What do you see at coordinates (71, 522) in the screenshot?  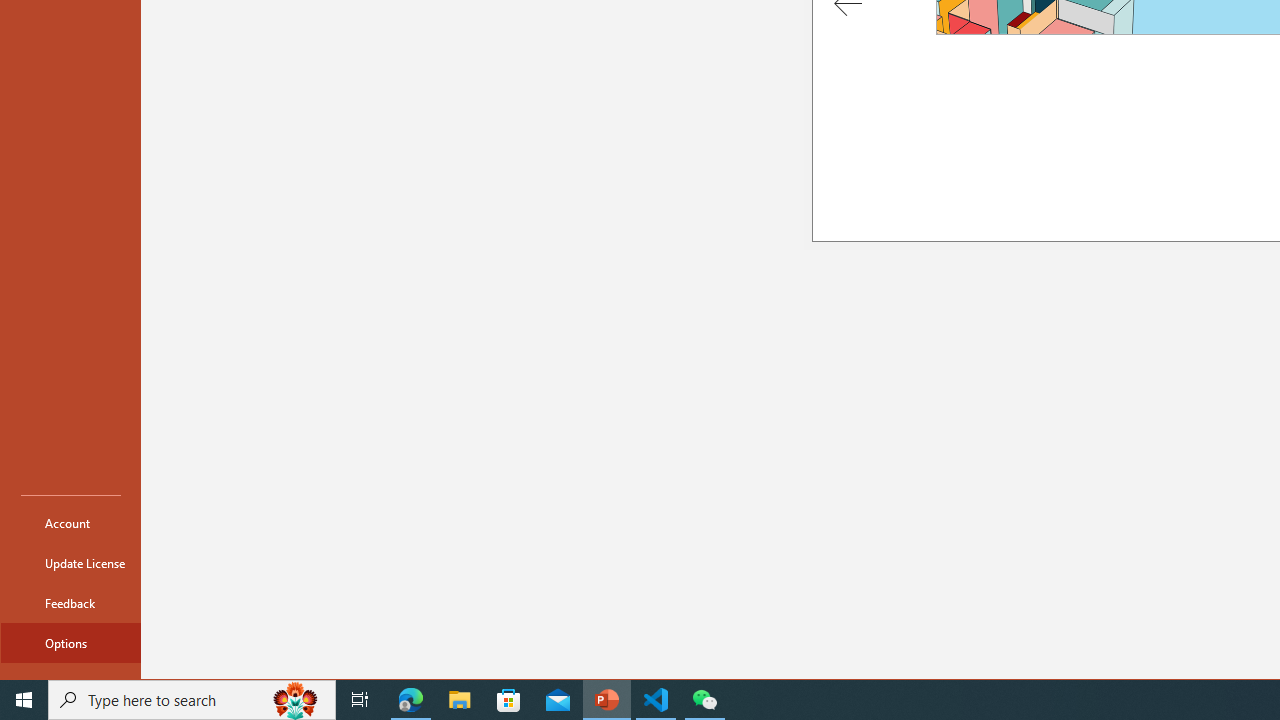 I see `'Account'` at bounding box center [71, 522].